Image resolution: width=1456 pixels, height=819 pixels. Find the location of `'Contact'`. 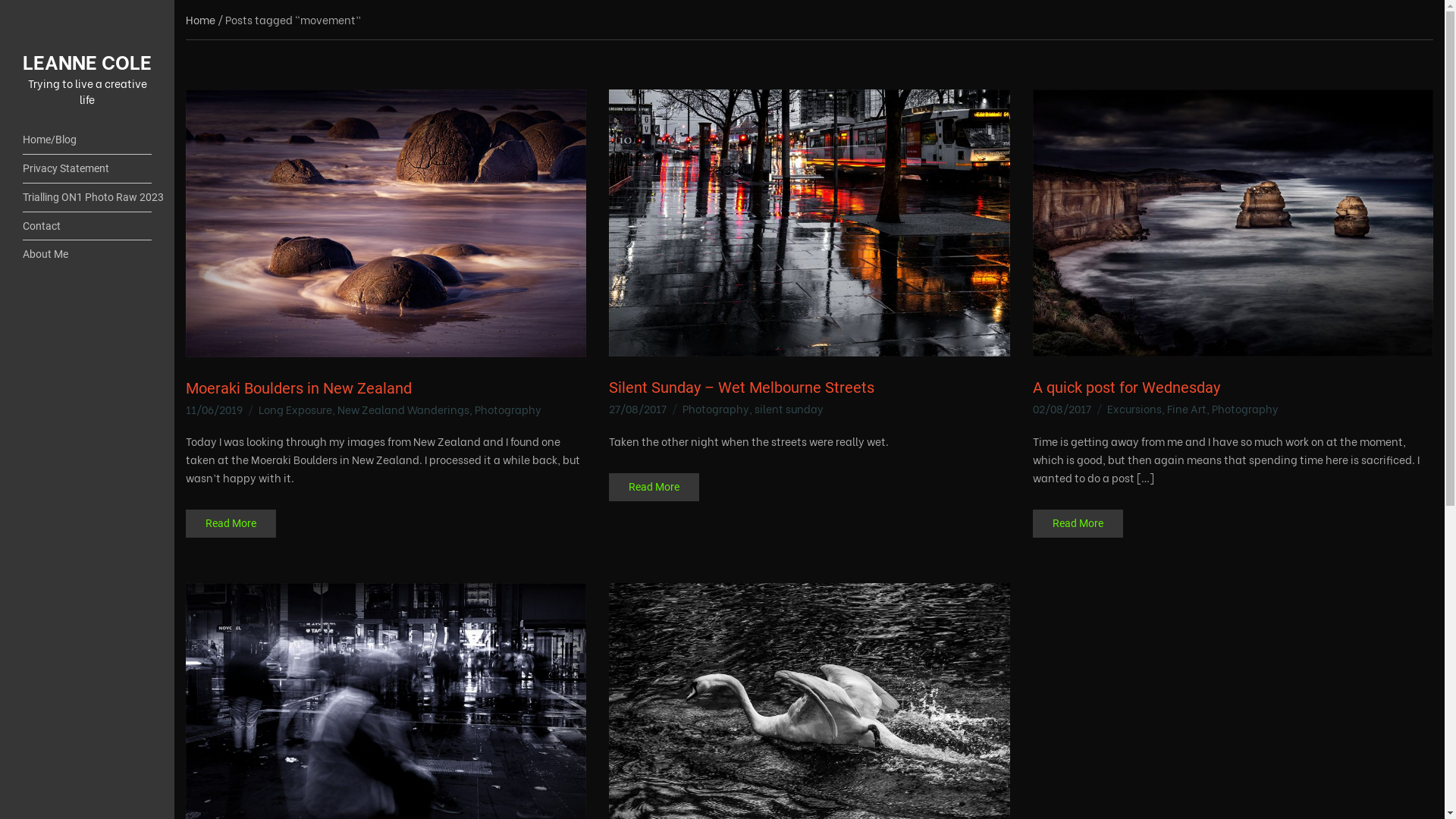

'Contact' is located at coordinates (86, 227).